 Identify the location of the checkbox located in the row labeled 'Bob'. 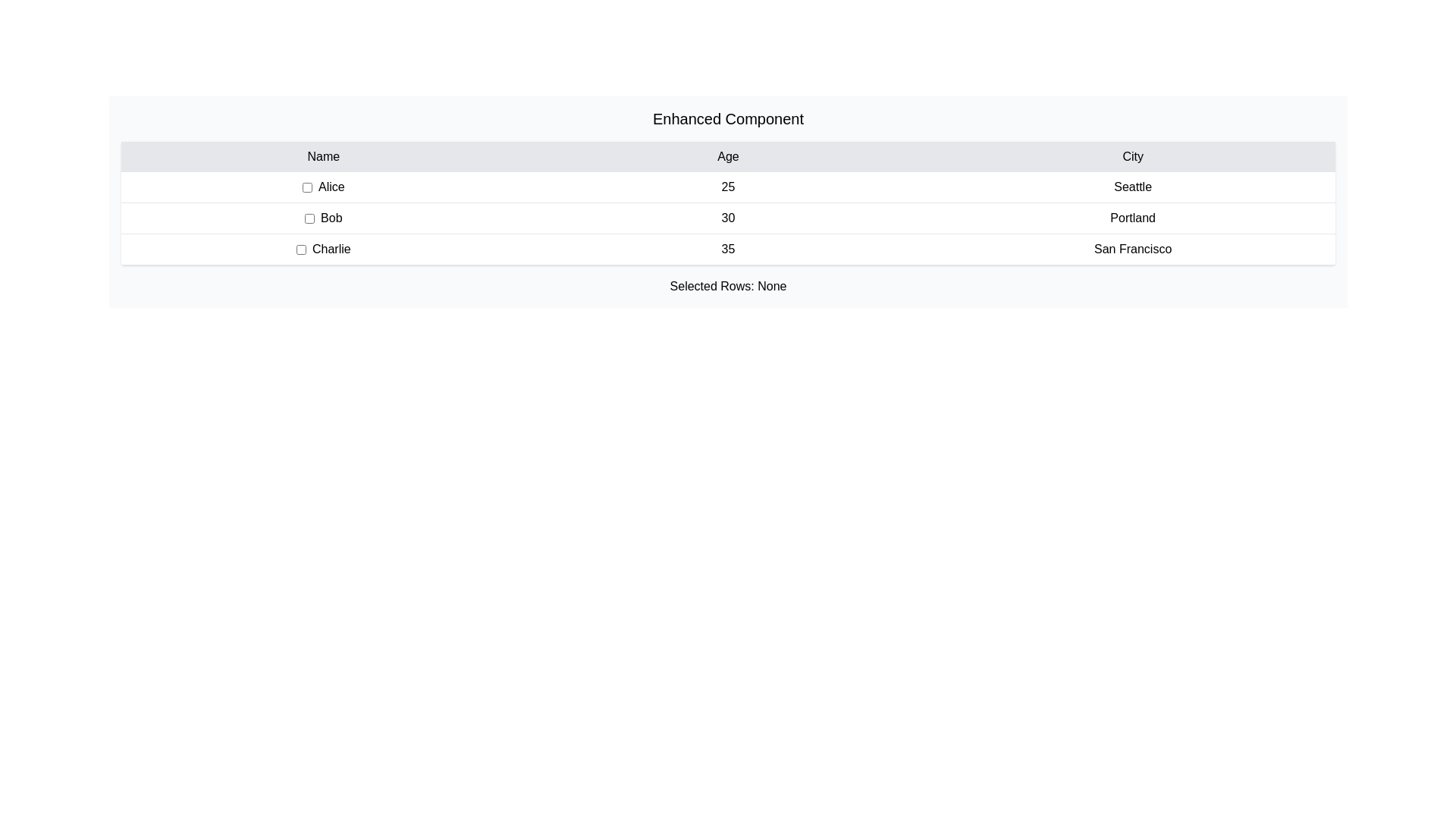
(309, 218).